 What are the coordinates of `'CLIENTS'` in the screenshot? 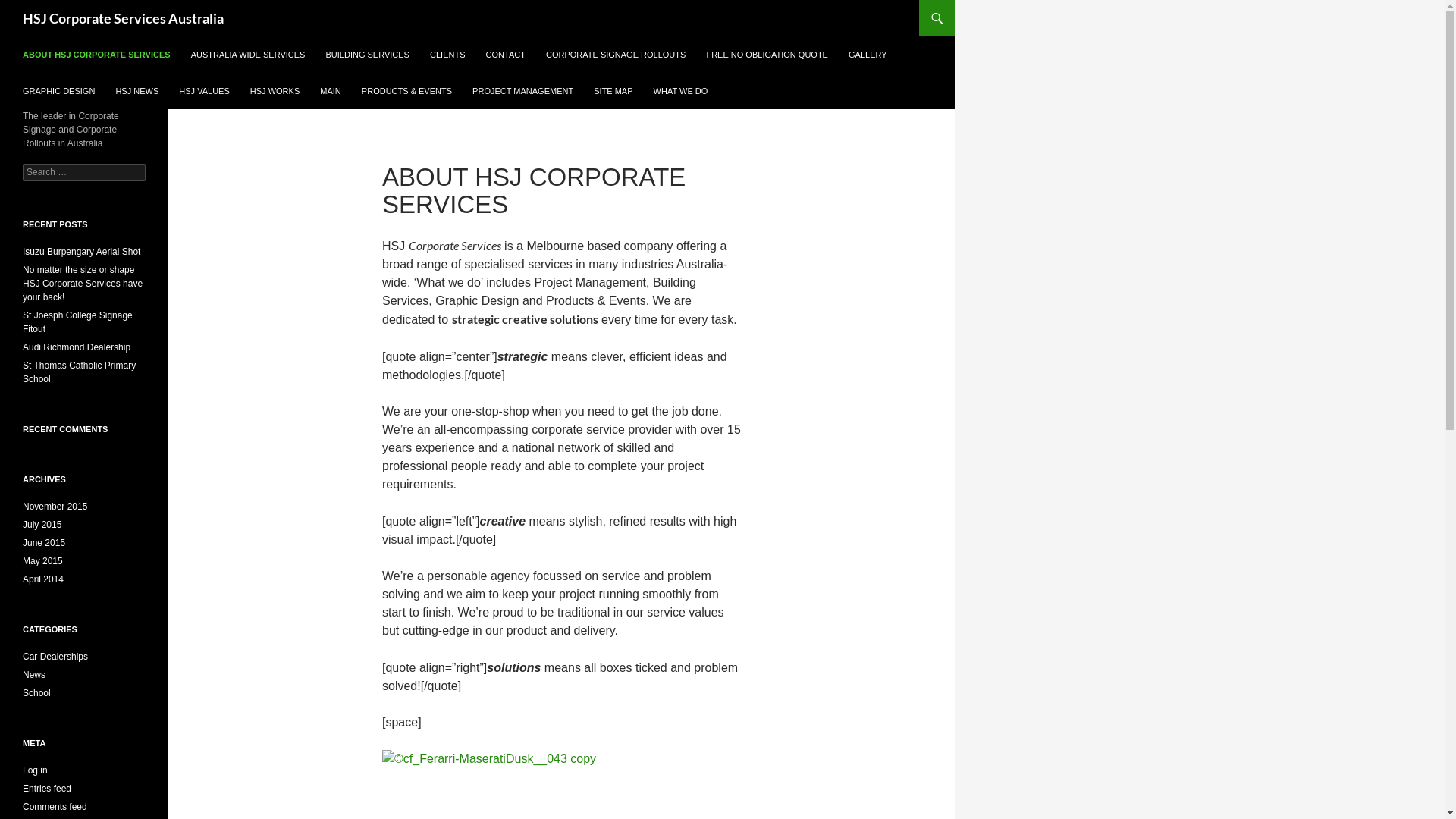 It's located at (421, 54).